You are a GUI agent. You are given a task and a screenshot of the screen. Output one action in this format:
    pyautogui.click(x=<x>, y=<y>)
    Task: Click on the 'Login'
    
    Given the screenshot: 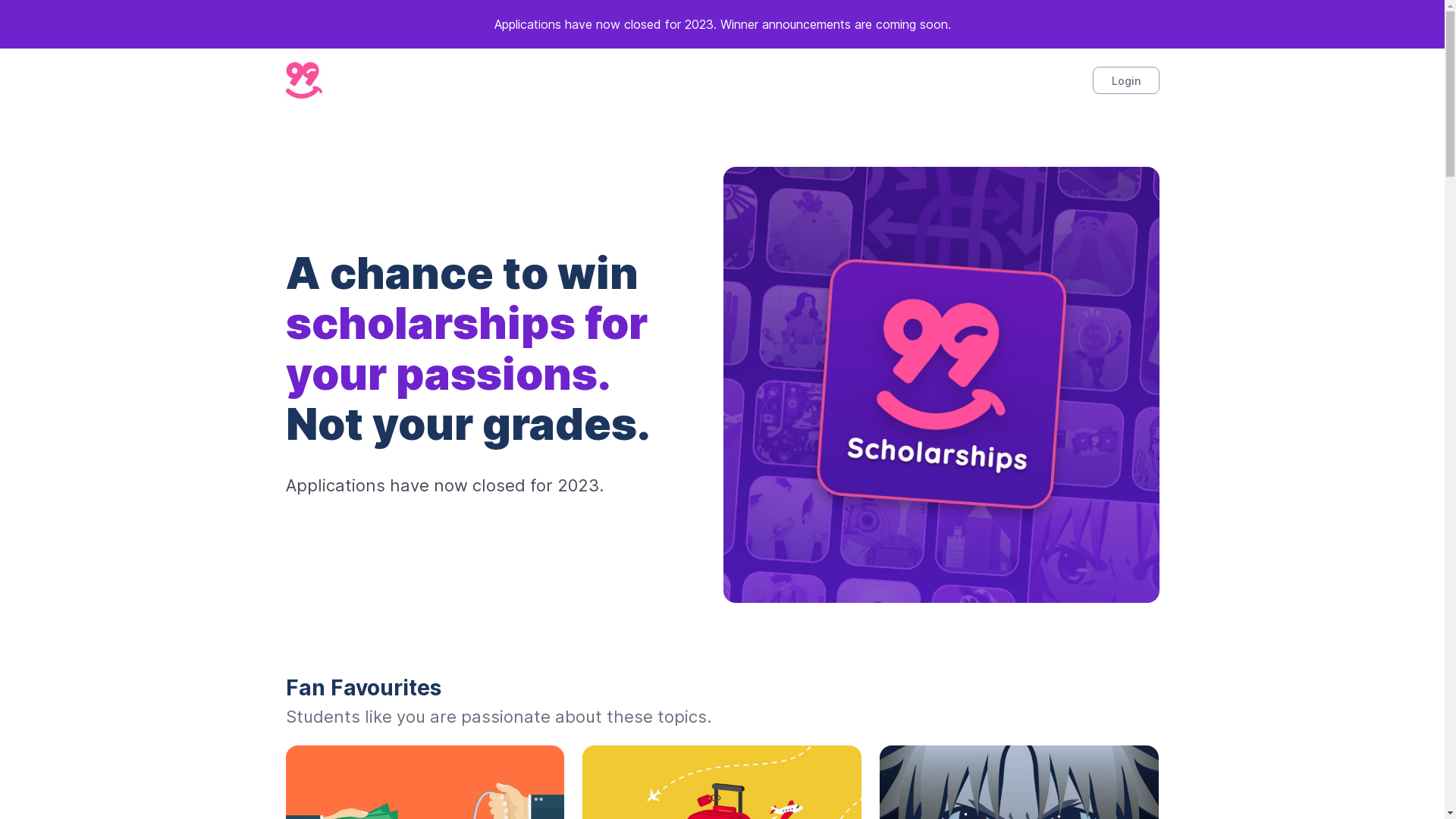 What is the action you would take?
    pyautogui.click(x=1125, y=80)
    